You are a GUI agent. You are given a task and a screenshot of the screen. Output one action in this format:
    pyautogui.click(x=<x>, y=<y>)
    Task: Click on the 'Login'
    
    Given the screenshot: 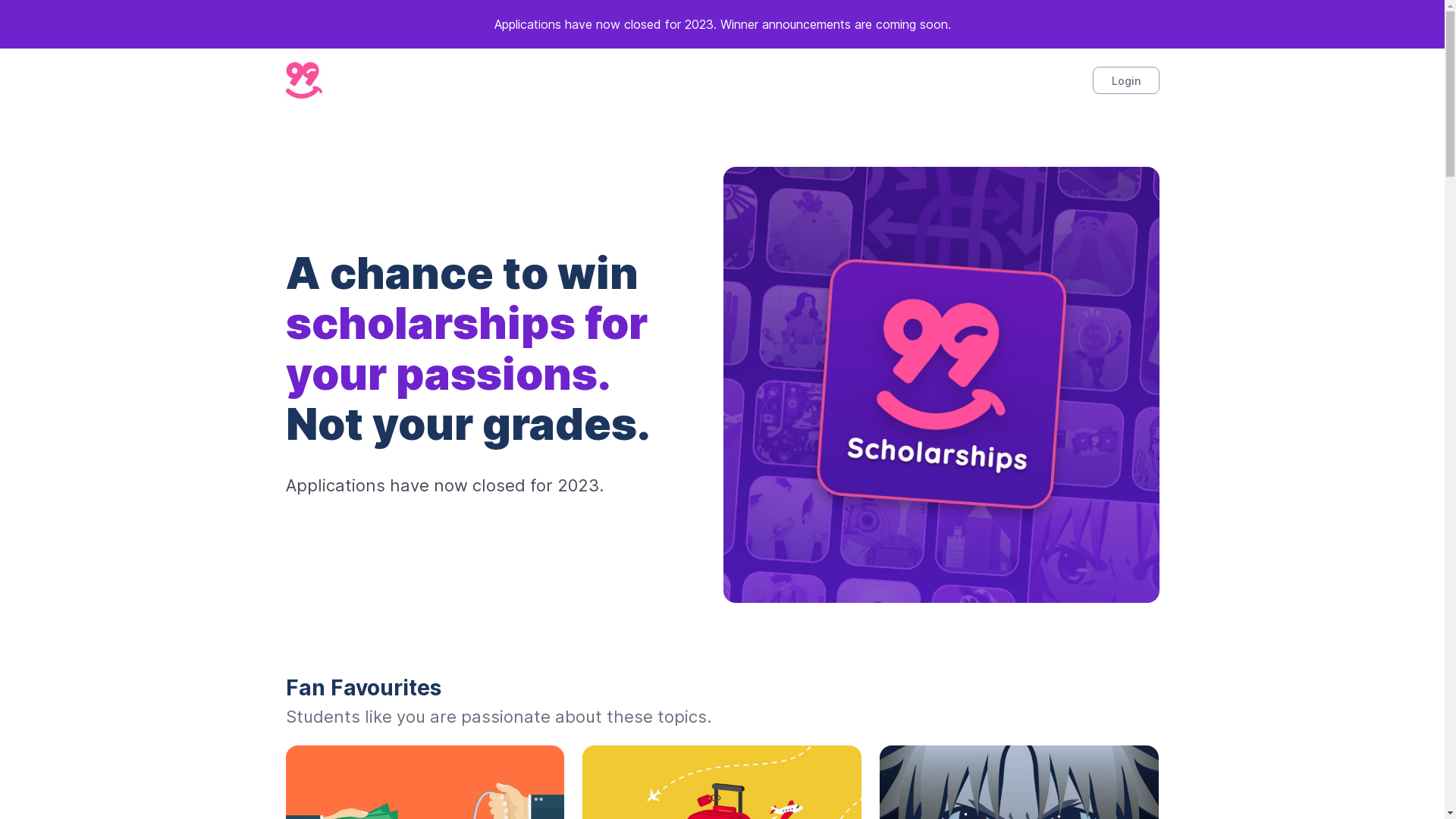 What is the action you would take?
    pyautogui.click(x=1125, y=80)
    